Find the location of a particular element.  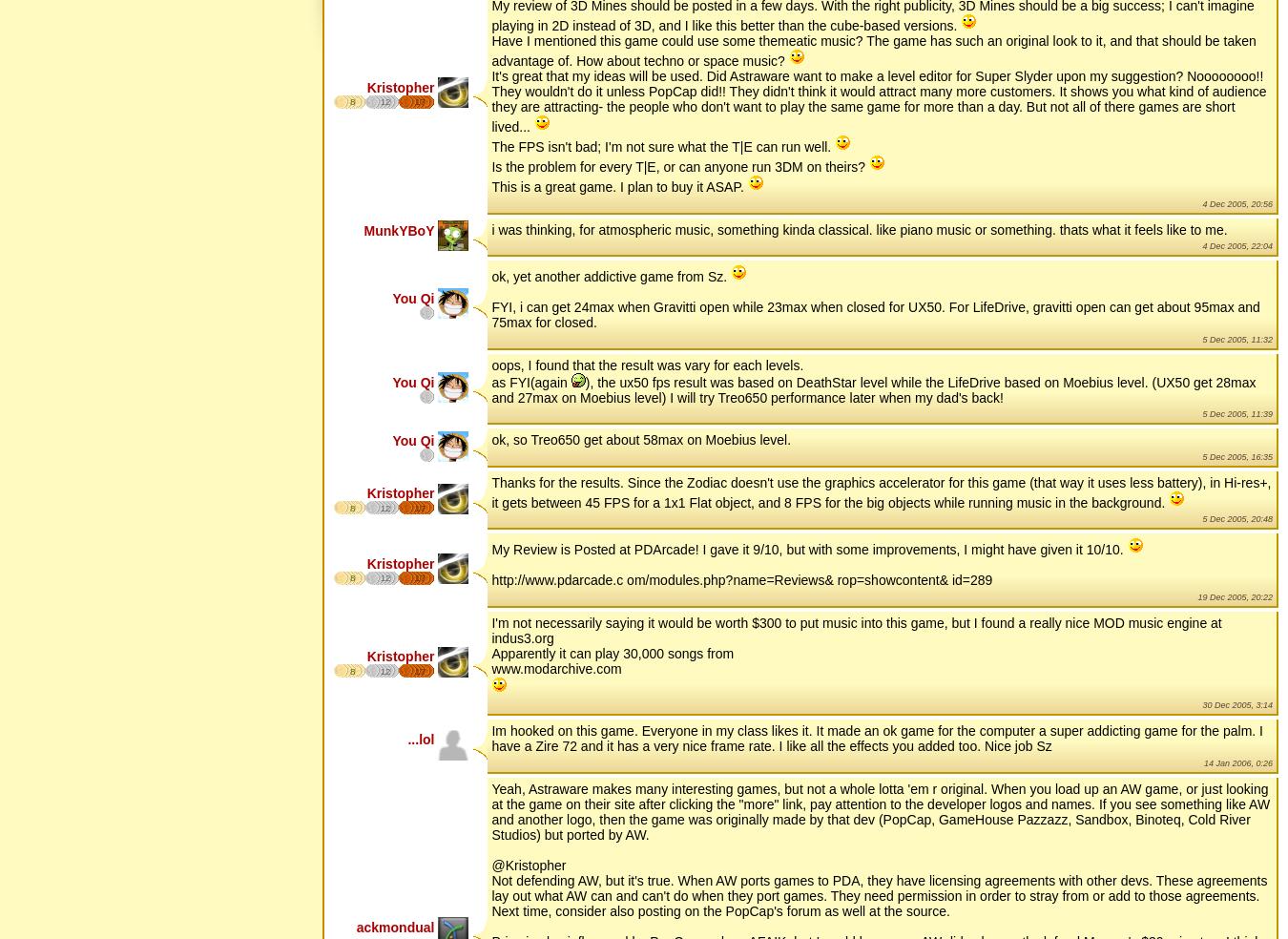

'i was thinking, for atmospheric music, something kinda classical. like piano music or something. thats what it feels like to me.' is located at coordinates (859, 228).